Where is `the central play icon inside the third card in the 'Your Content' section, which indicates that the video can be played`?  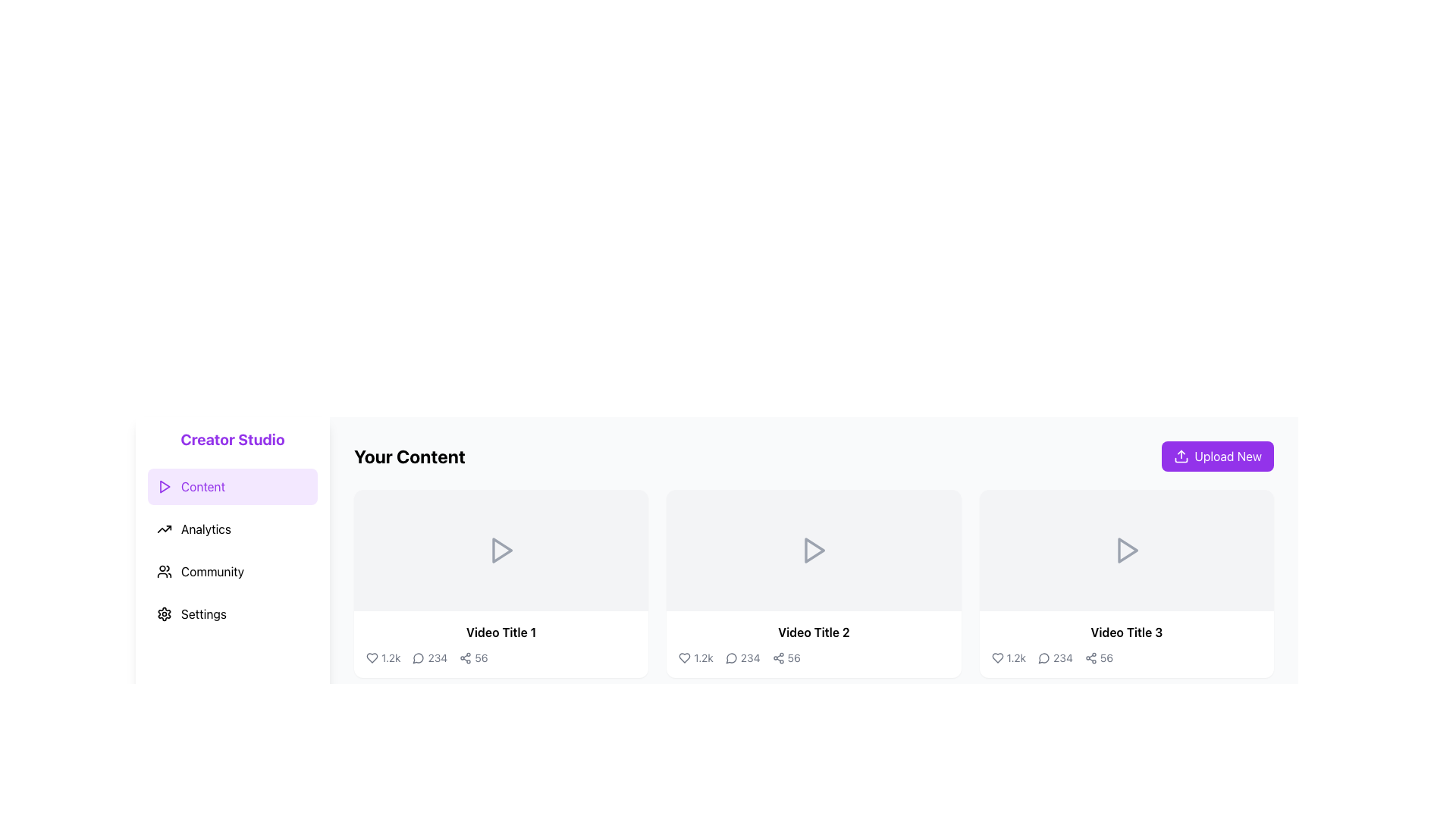
the central play icon inside the third card in the 'Your Content' section, which indicates that the video can be played is located at coordinates (1128, 550).